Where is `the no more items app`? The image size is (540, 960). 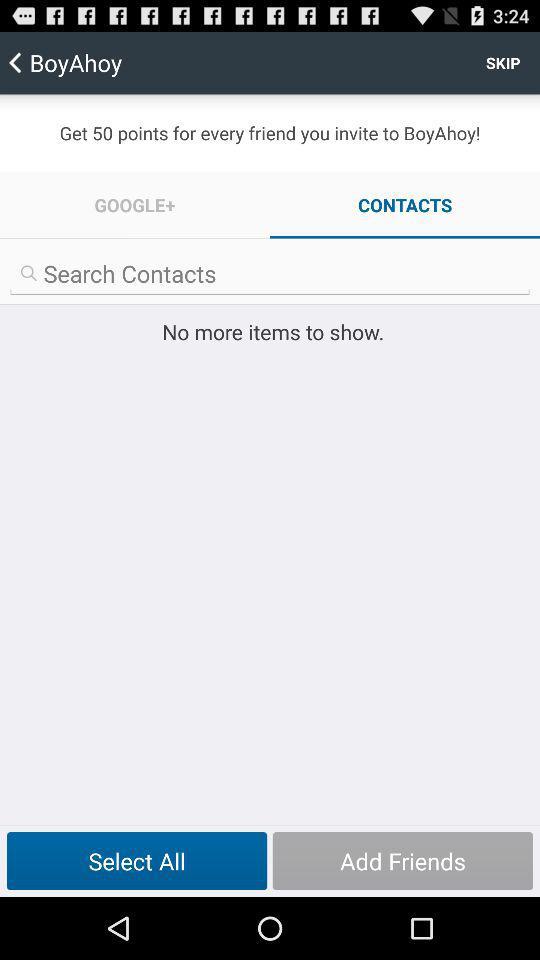 the no more items app is located at coordinates (270, 331).